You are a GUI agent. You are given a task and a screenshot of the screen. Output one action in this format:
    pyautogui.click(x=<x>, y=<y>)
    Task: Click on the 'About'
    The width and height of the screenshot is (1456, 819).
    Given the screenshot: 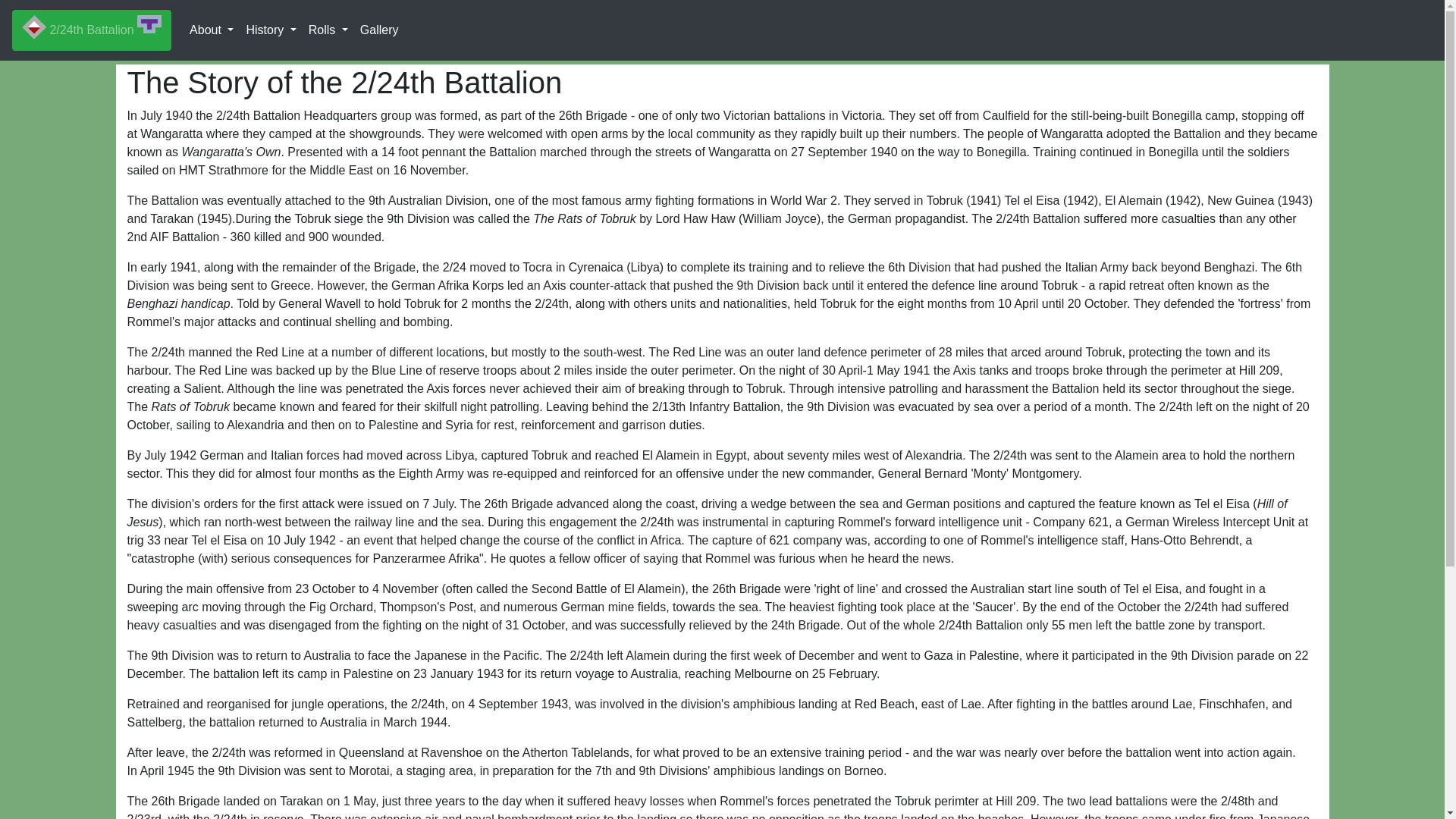 What is the action you would take?
    pyautogui.click(x=210, y=30)
    